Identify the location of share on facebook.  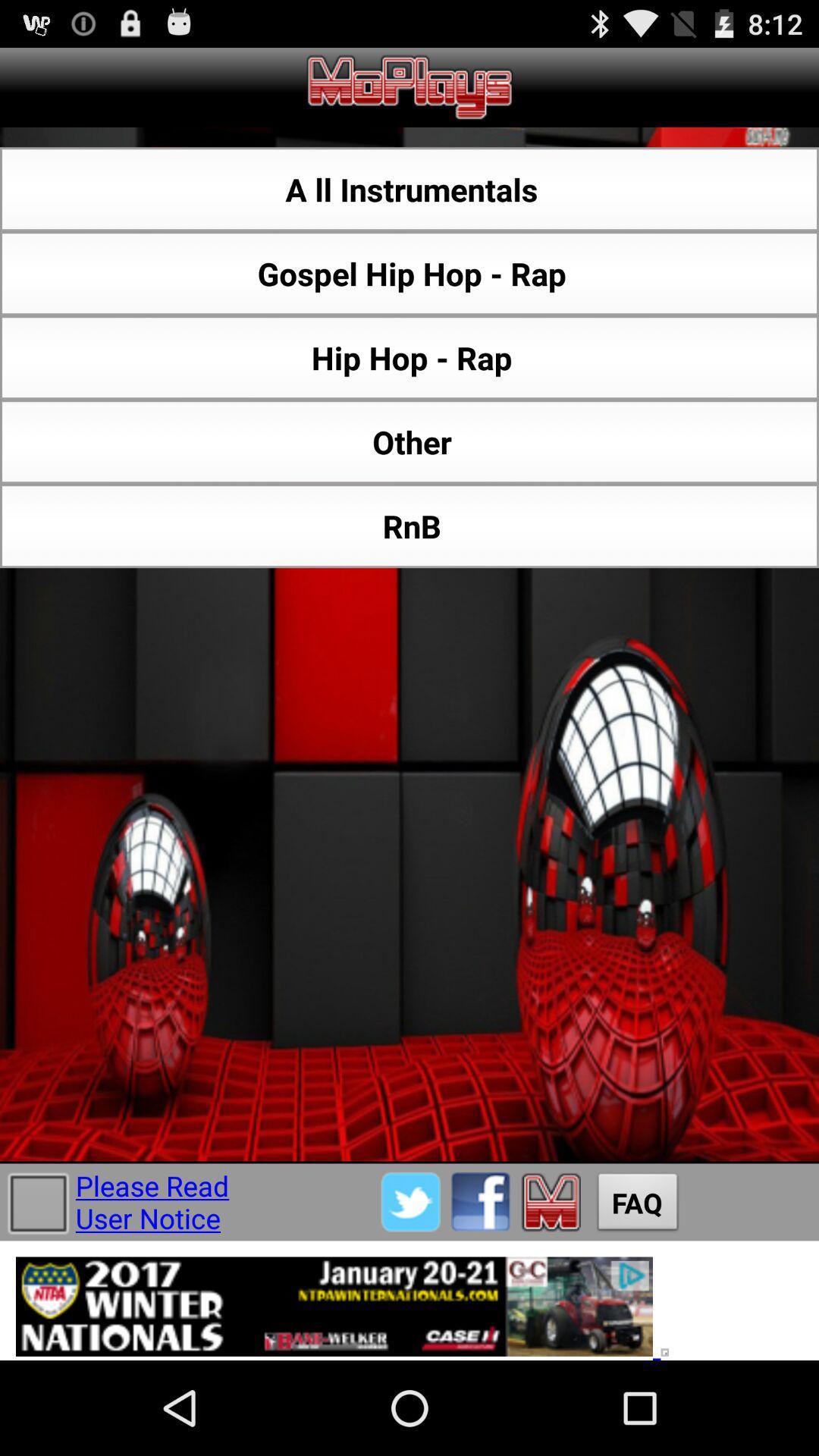
(481, 1201).